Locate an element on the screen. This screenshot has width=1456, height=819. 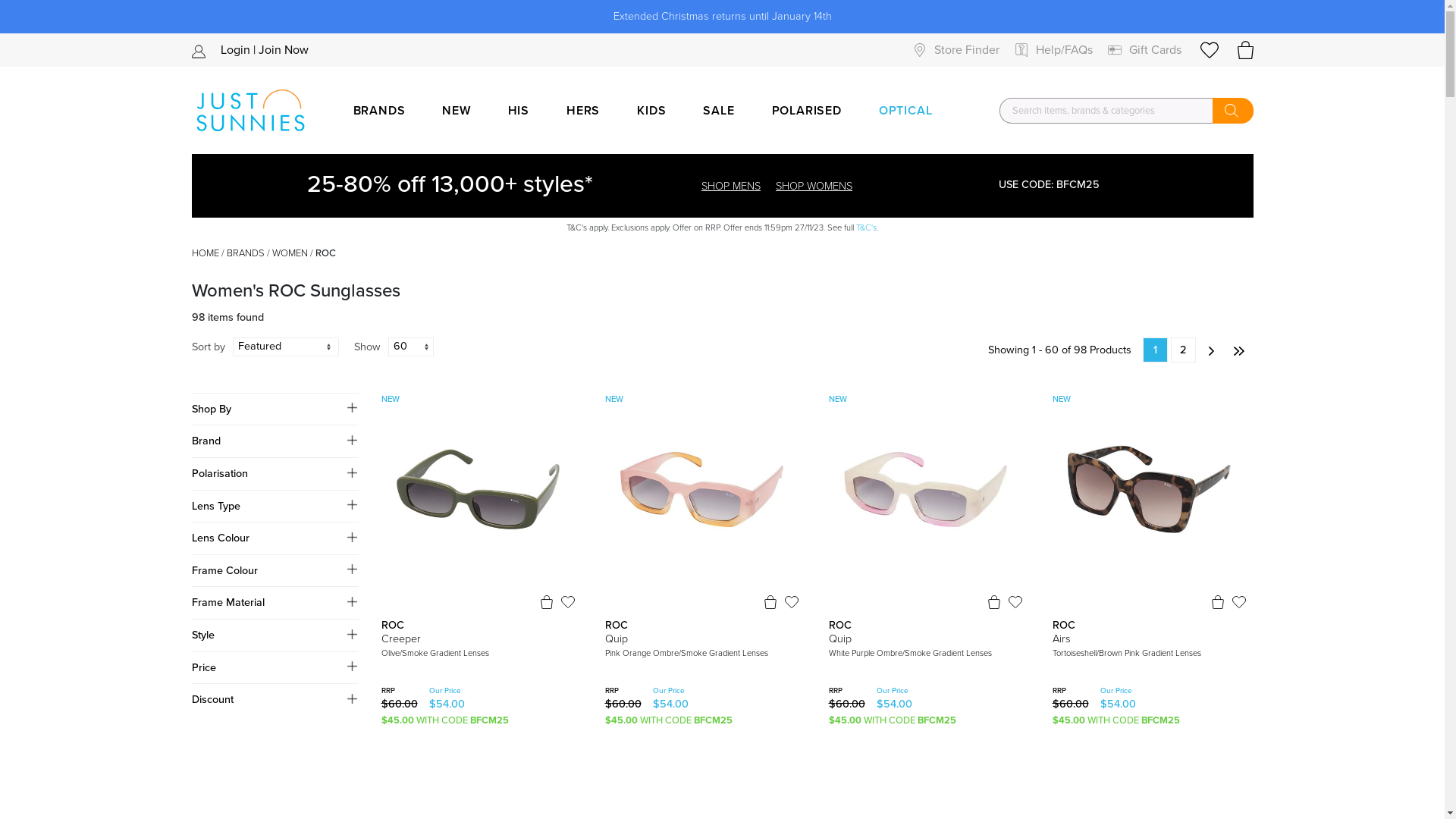
'HIS' is located at coordinates (519, 109).